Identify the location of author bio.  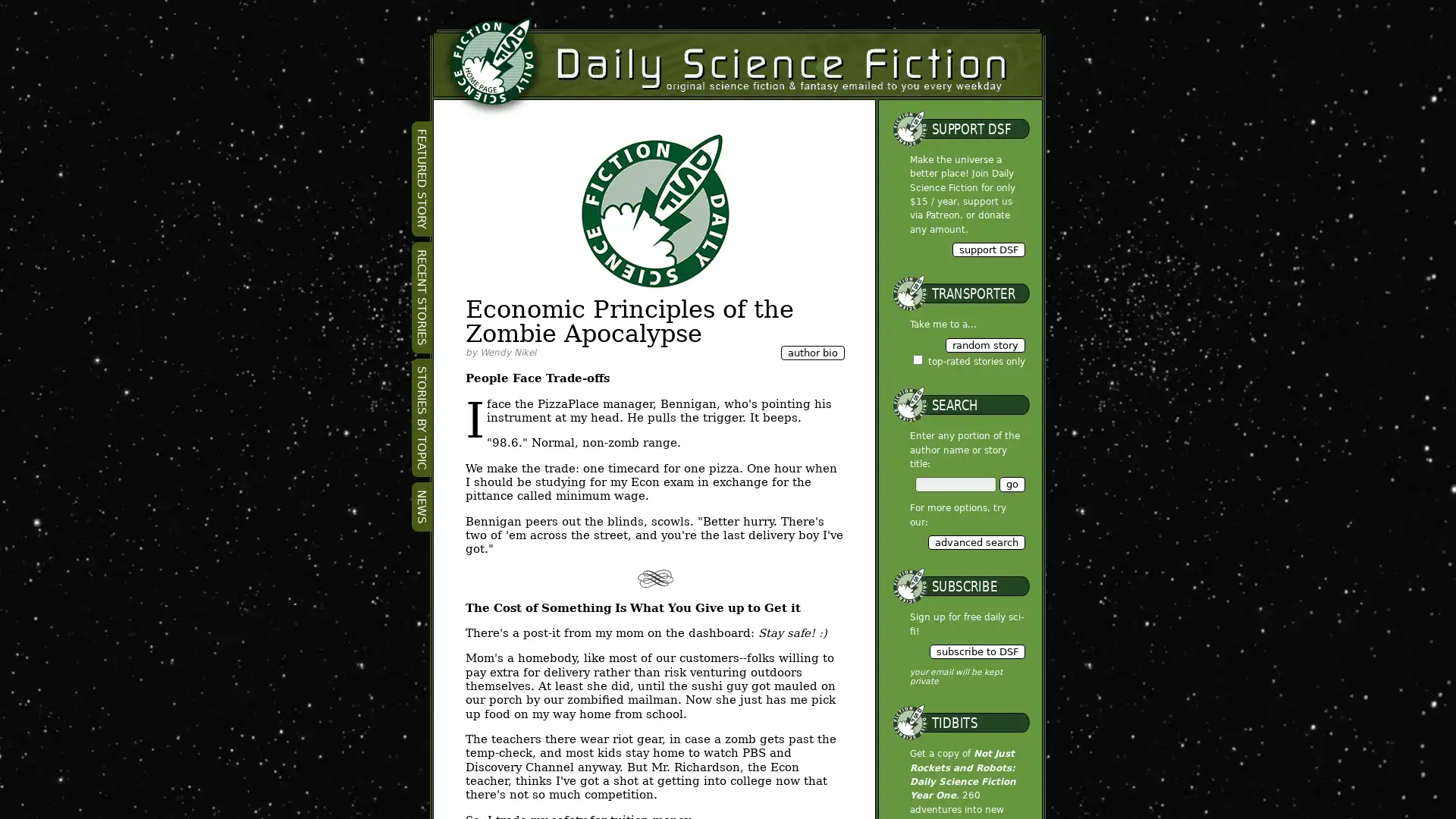
(811, 353).